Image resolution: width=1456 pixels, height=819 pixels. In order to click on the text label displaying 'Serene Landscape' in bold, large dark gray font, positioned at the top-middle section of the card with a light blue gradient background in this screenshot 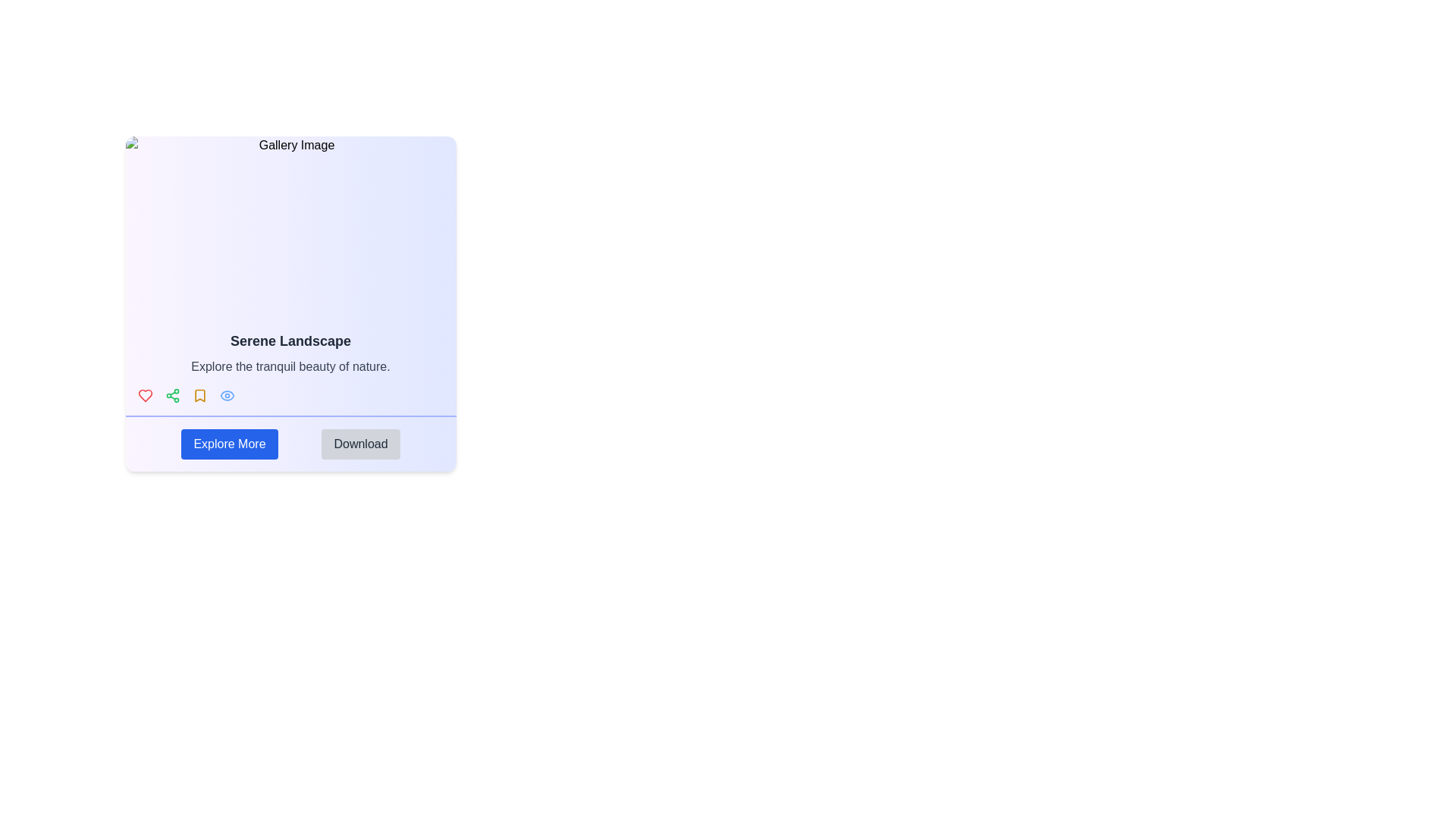, I will do `click(290, 341)`.